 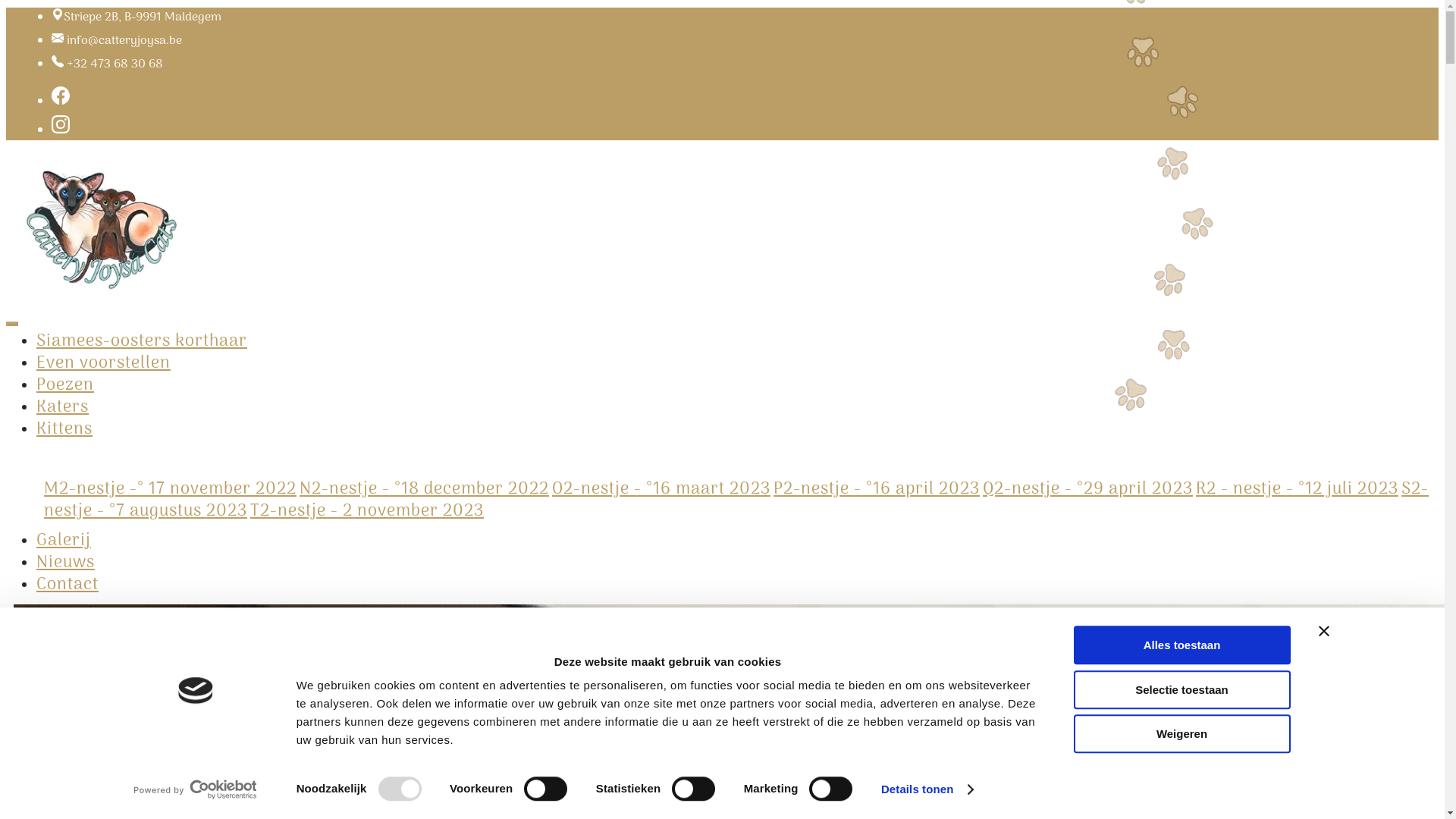 I want to click on 'Details tonen', so click(x=926, y=789).